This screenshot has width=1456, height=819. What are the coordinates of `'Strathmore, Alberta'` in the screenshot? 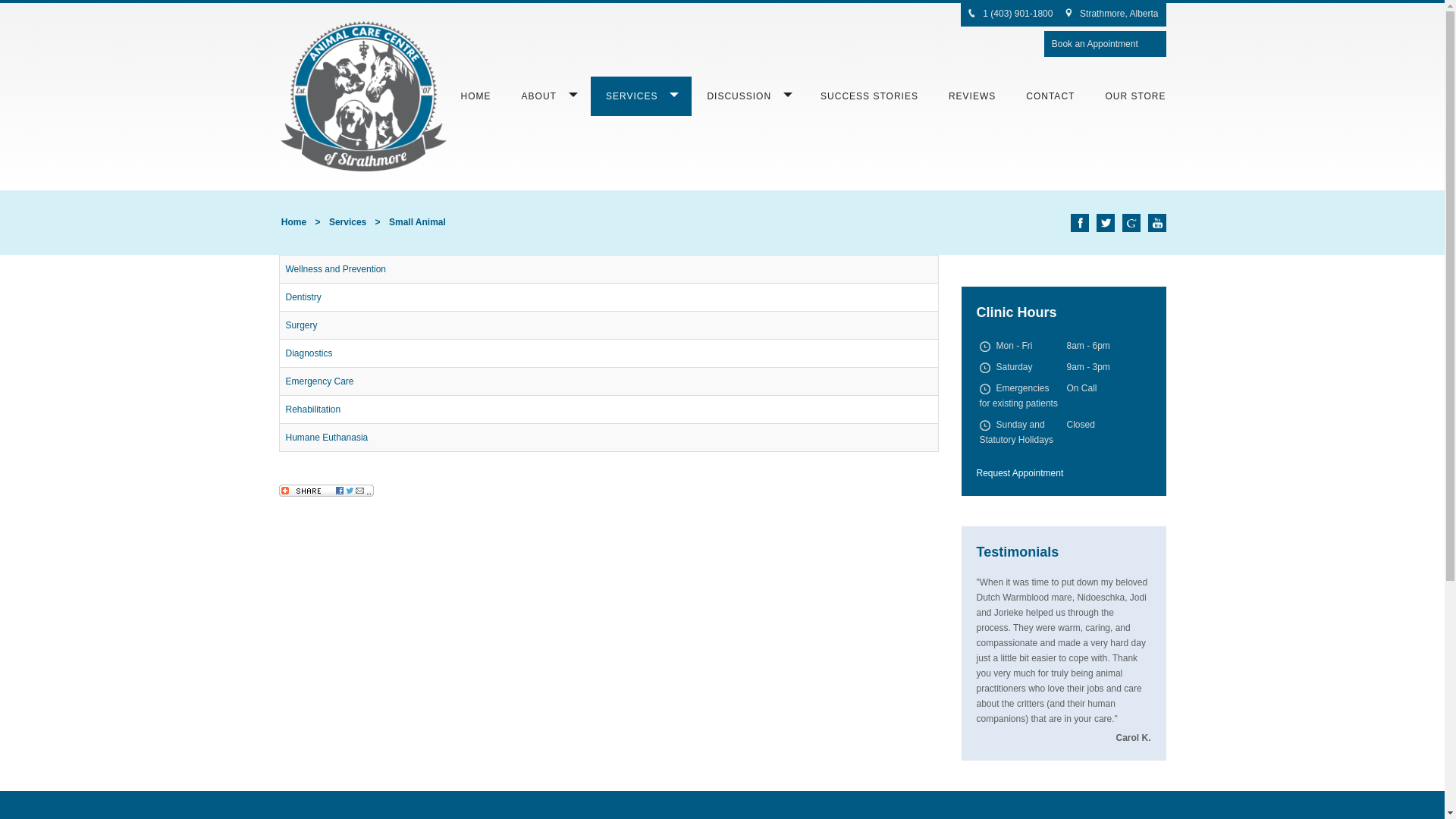 It's located at (1119, 14).